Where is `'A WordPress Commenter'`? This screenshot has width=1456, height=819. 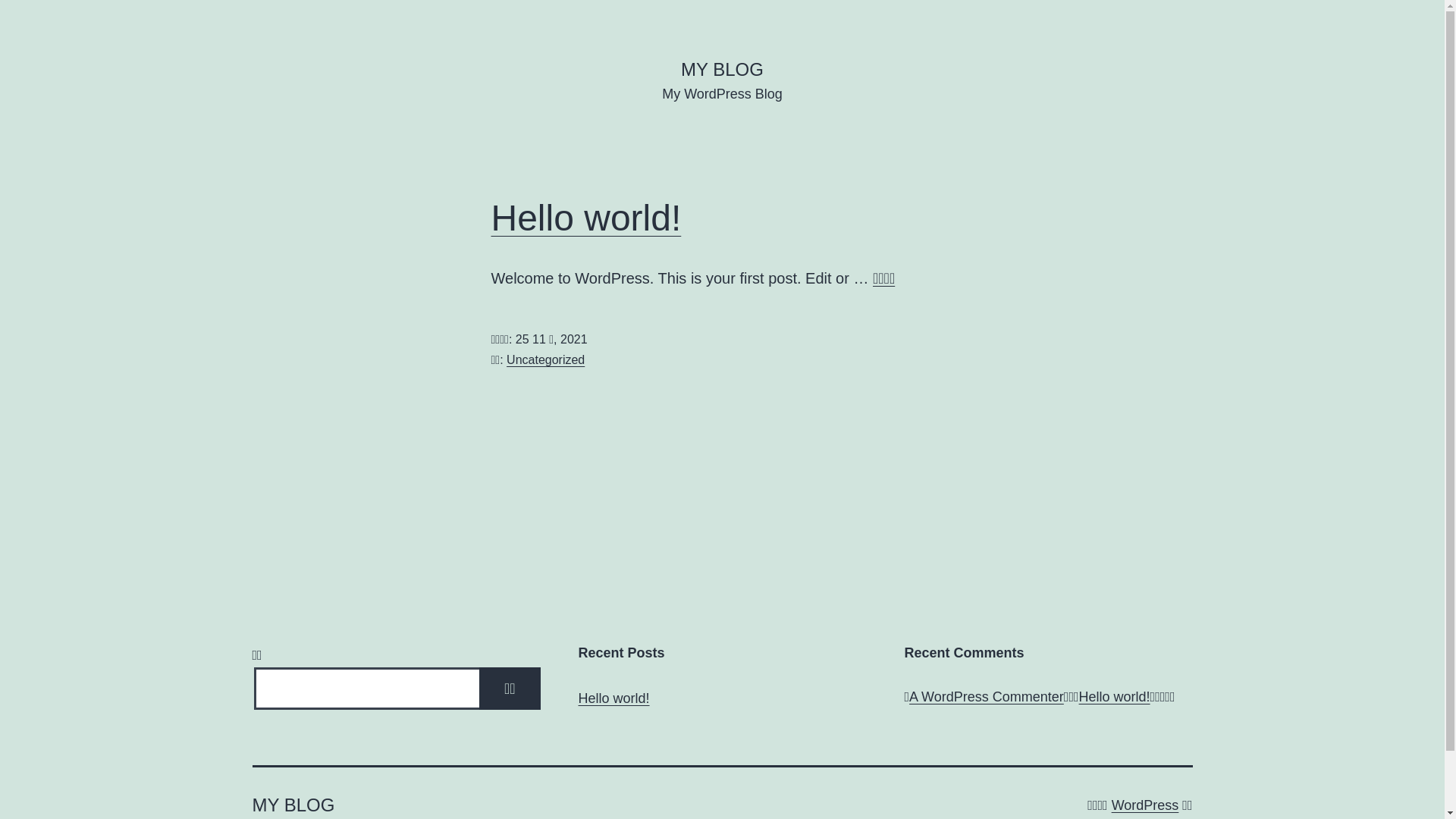 'A WordPress Commenter' is located at coordinates (909, 696).